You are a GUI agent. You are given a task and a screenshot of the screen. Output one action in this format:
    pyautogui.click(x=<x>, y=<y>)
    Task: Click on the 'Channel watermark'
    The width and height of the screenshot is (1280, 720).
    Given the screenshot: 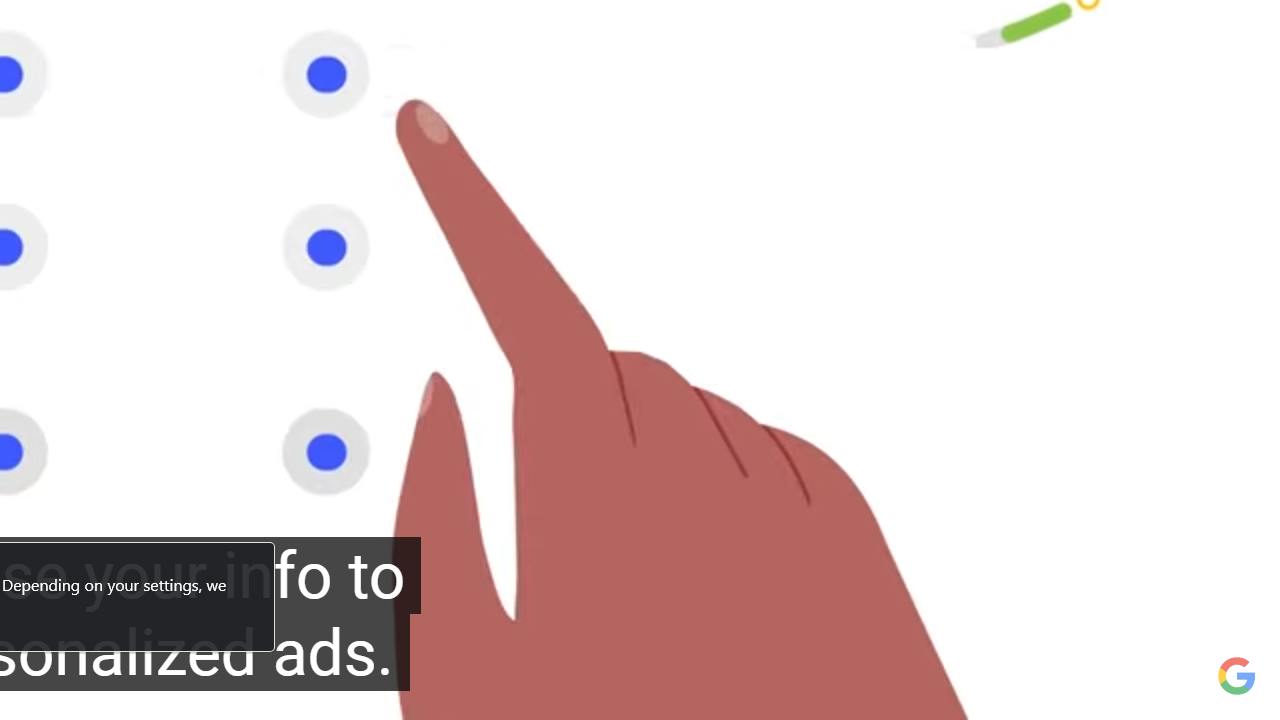 What is the action you would take?
    pyautogui.click(x=1236, y=675)
    